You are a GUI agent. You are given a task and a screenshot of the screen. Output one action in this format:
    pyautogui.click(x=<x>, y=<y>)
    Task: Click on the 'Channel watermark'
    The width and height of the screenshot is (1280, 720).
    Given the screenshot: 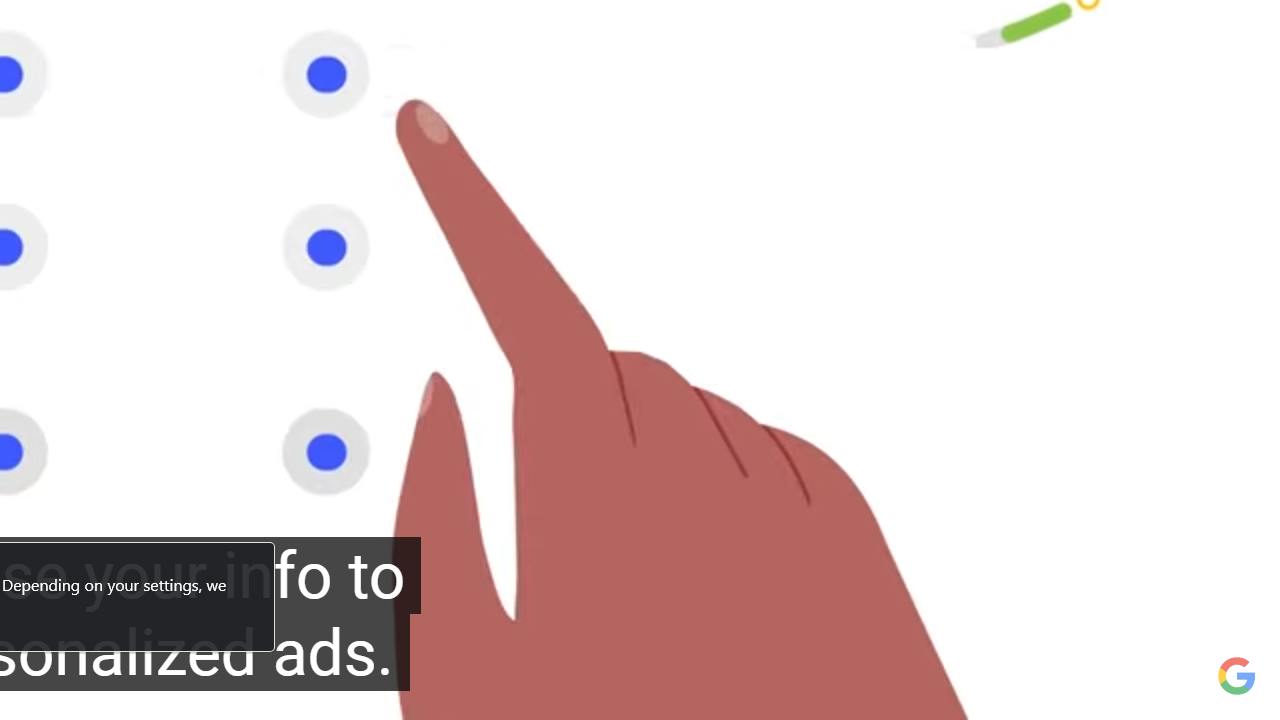 What is the action you would take?
    pyautogui.click(x=1236, y=675)
    